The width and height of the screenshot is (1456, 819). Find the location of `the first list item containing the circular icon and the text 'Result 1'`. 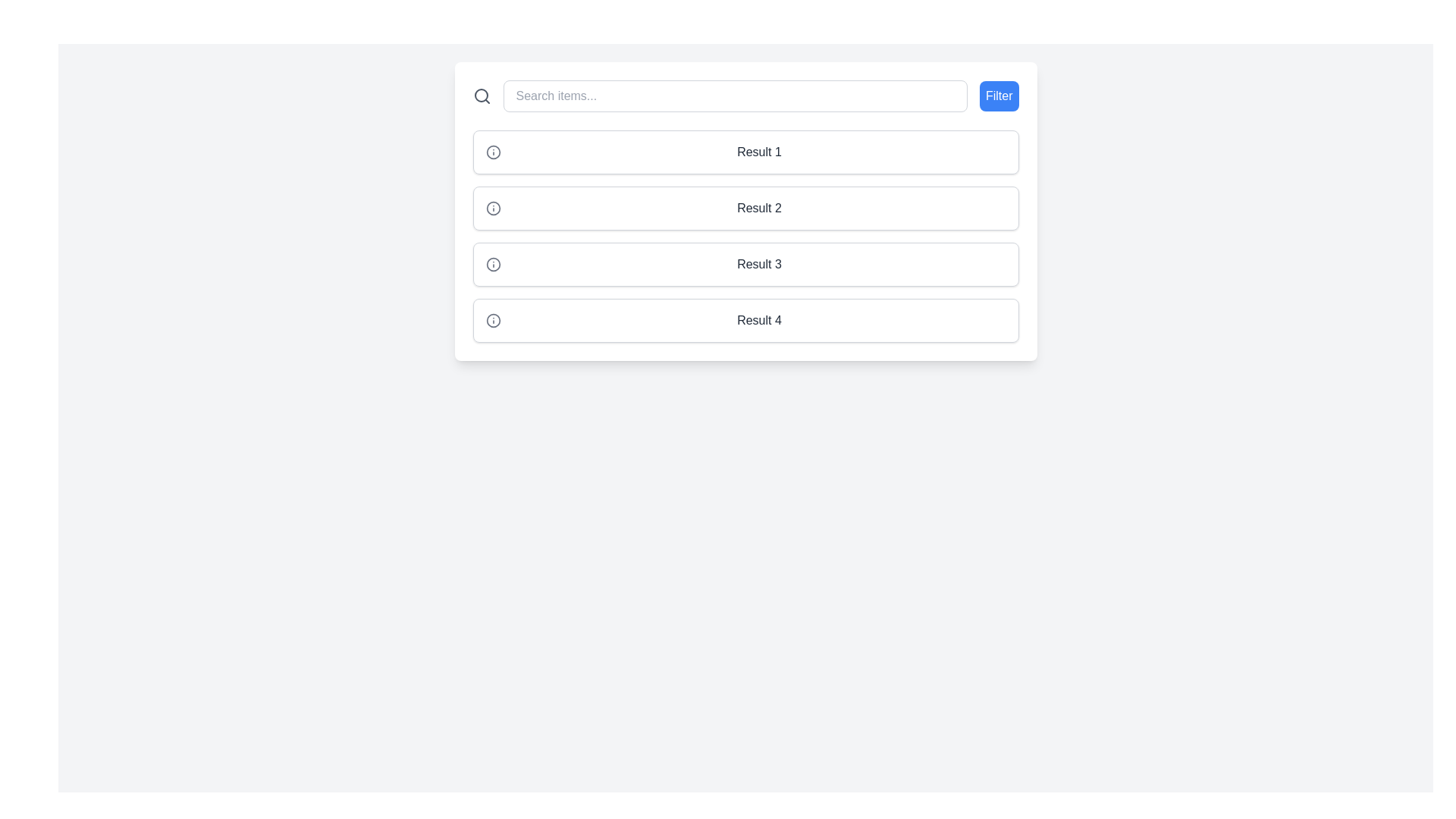

the first list item containing the circular icon and the text 'Result 1' is located at coordinates (745, 152).